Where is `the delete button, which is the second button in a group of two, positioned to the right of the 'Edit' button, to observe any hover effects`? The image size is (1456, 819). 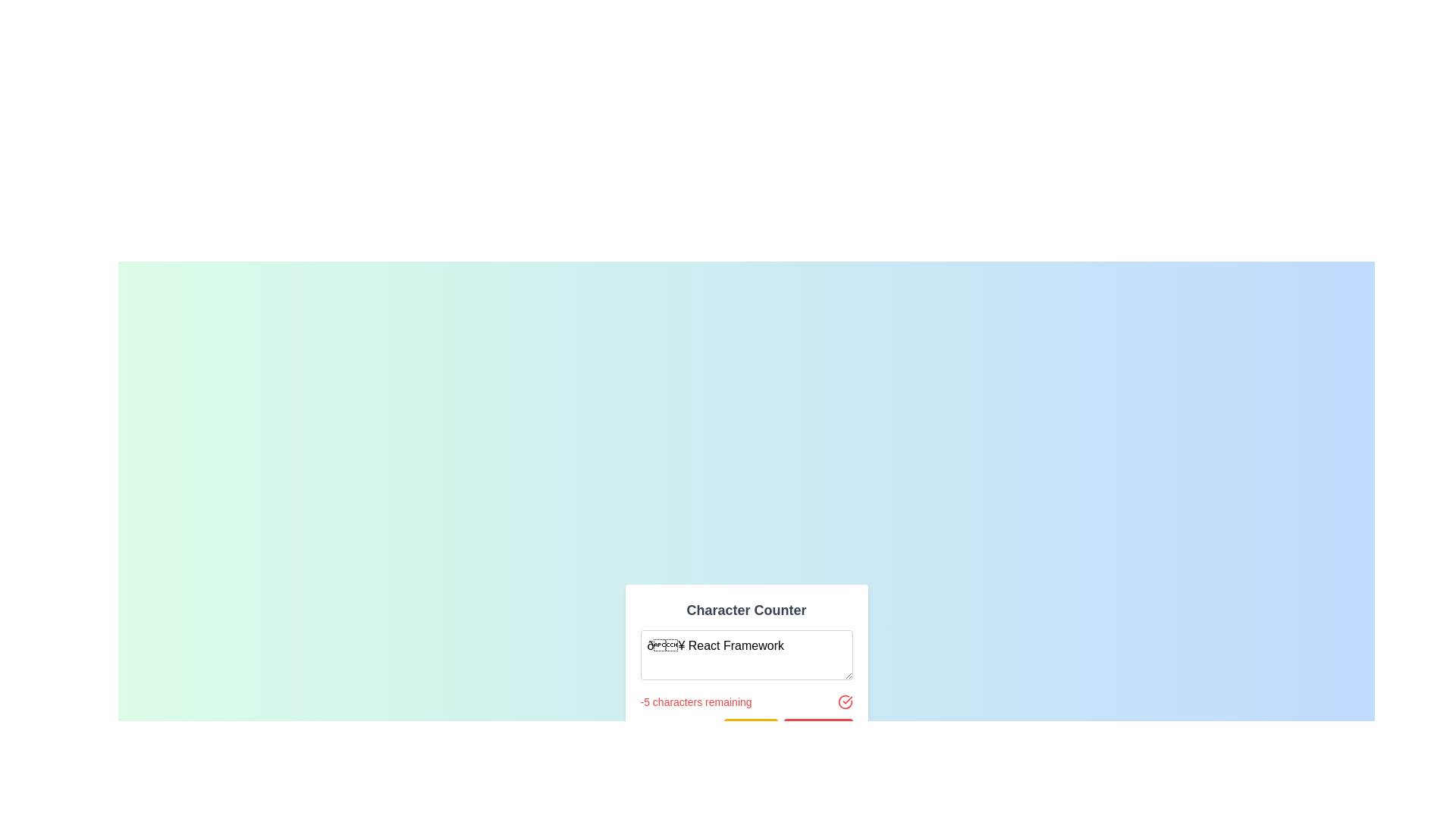 the delete button, which is the second button in a group of two, positioned to the right of the 'Edit' button, to observe any hover effects is located at coordinates (817, 730).